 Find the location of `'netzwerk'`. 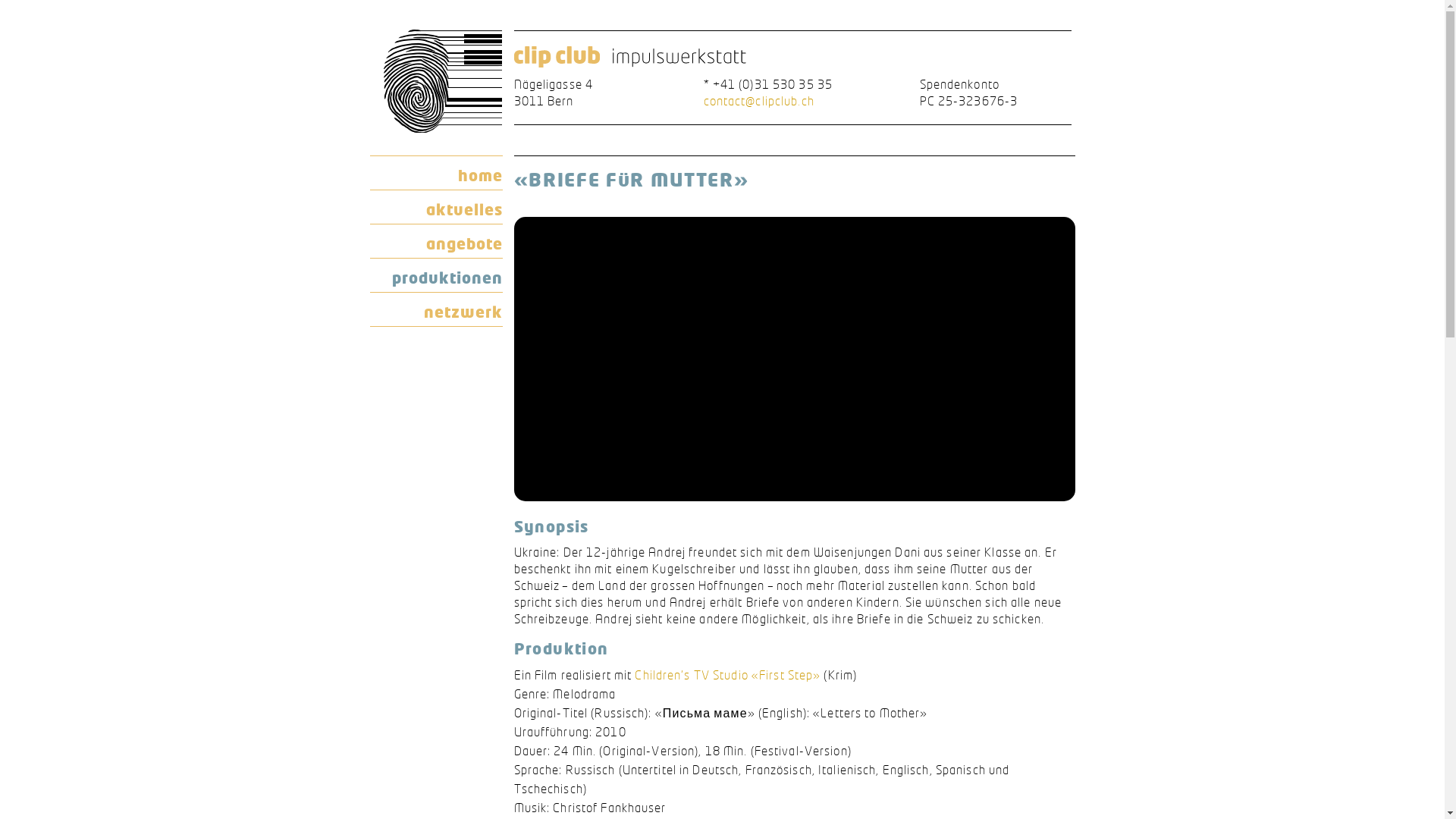

'netzwerk' is located at coordinates (435, 309).